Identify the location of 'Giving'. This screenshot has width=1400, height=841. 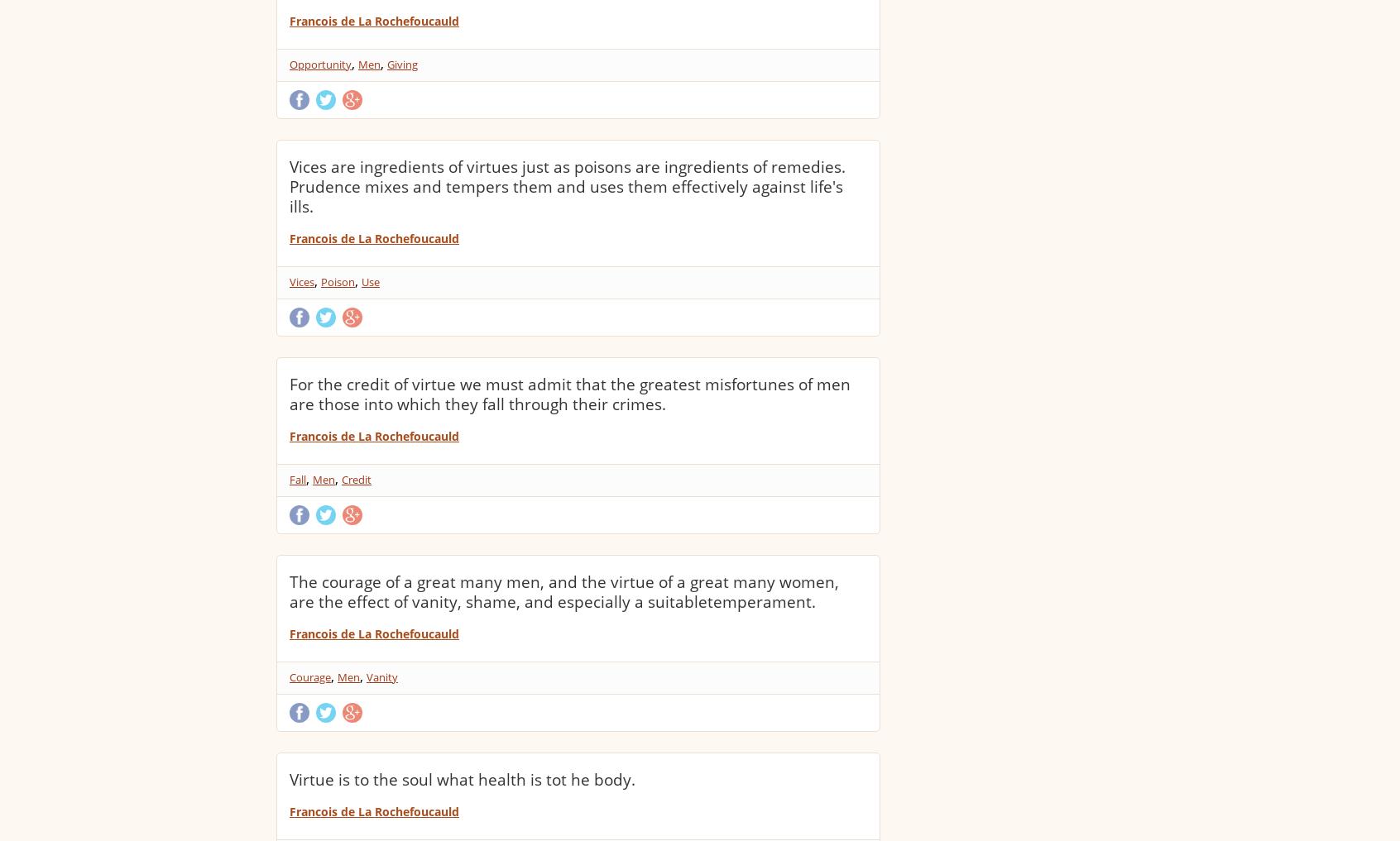
(401, 65).